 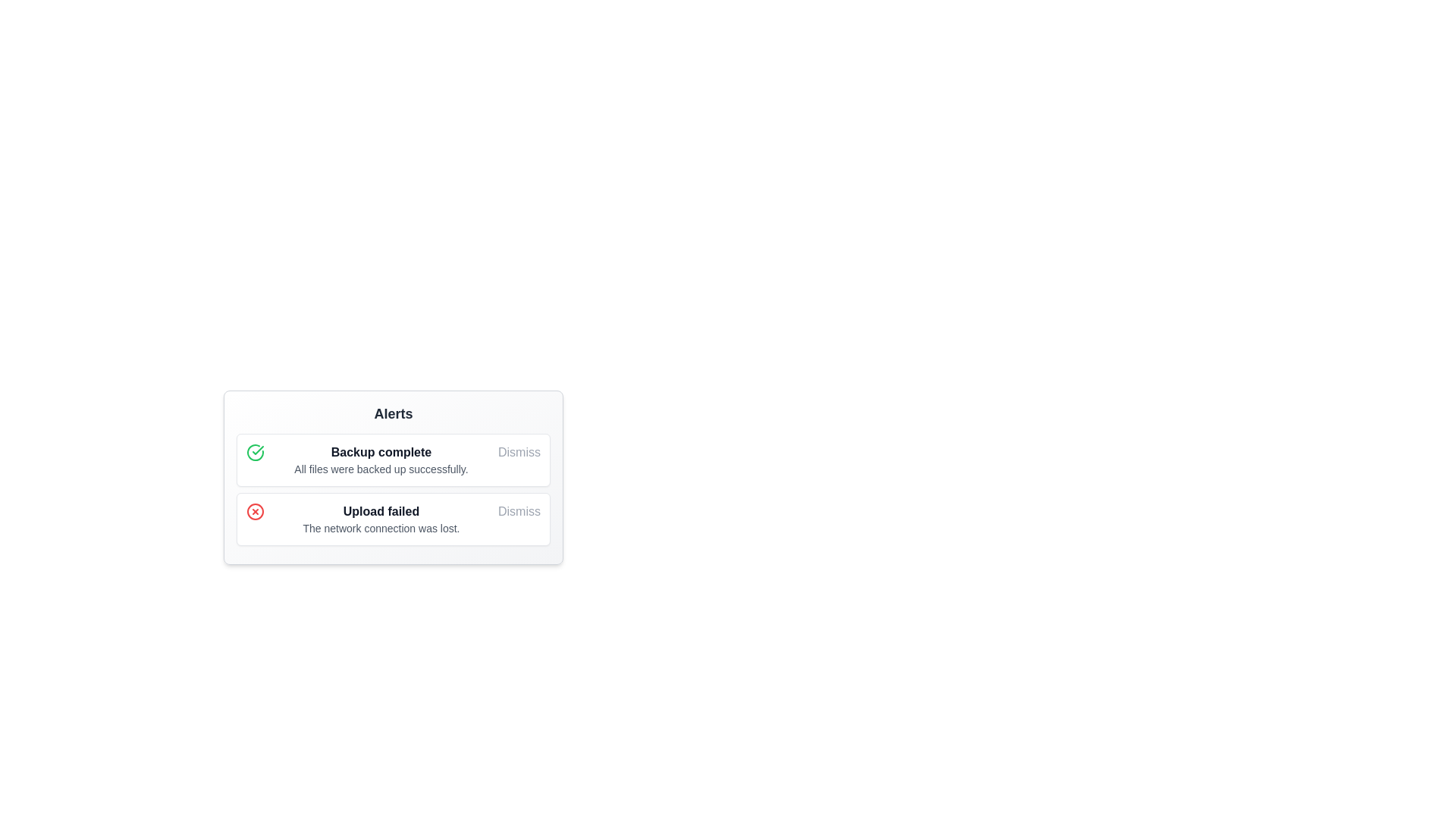 I want to click on the text label displaying 'The network connection was lost.' located beneath the 'Upload failed' header in the Alerts section, so click(x=381, y=528).